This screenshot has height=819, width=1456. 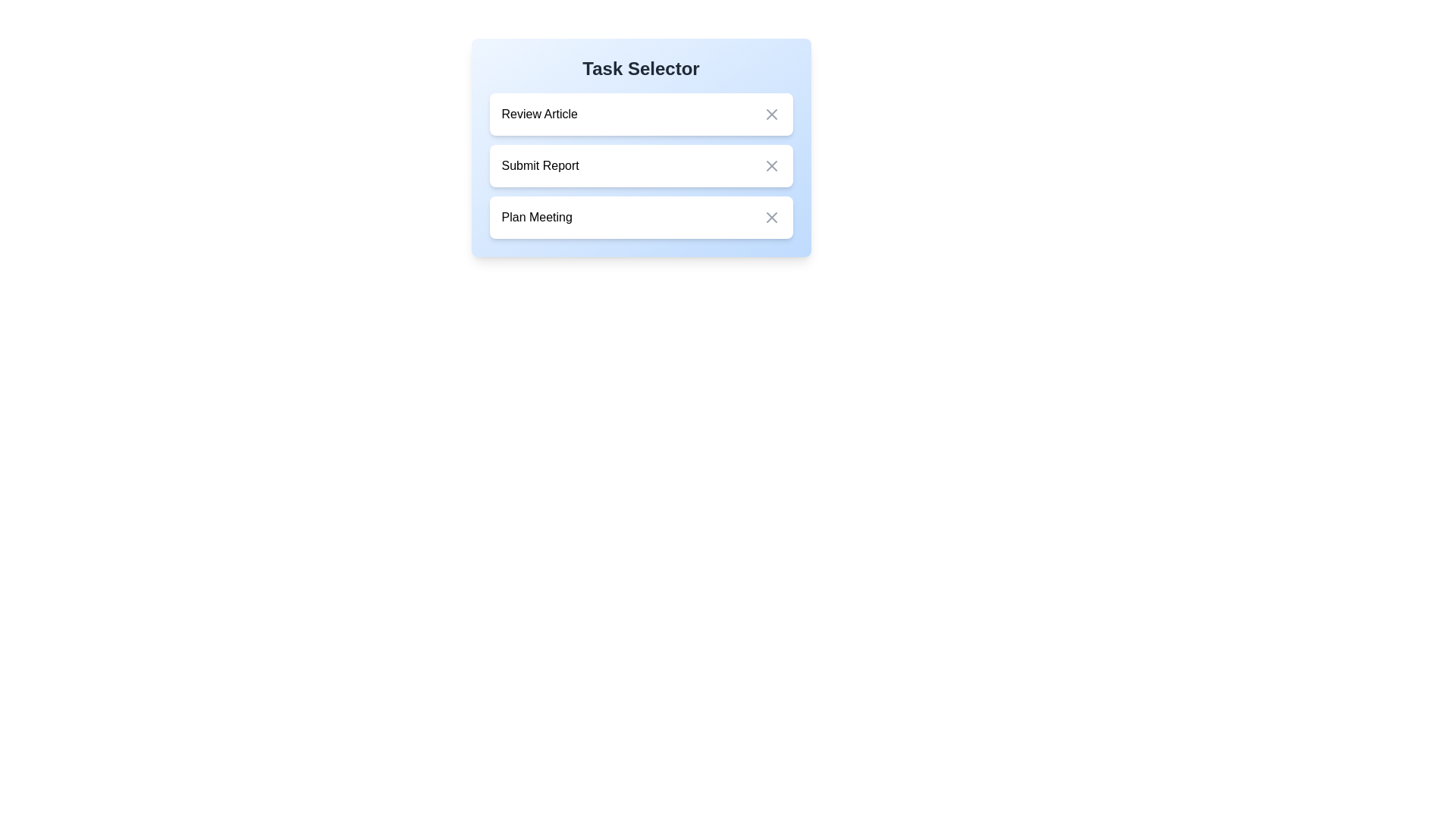 What do you see at coordinates (771, 113) in the screenshot?
I see `the Icon button located at the top-right corner of the 'Review Article' task panel` at bounding box center [771, 113].